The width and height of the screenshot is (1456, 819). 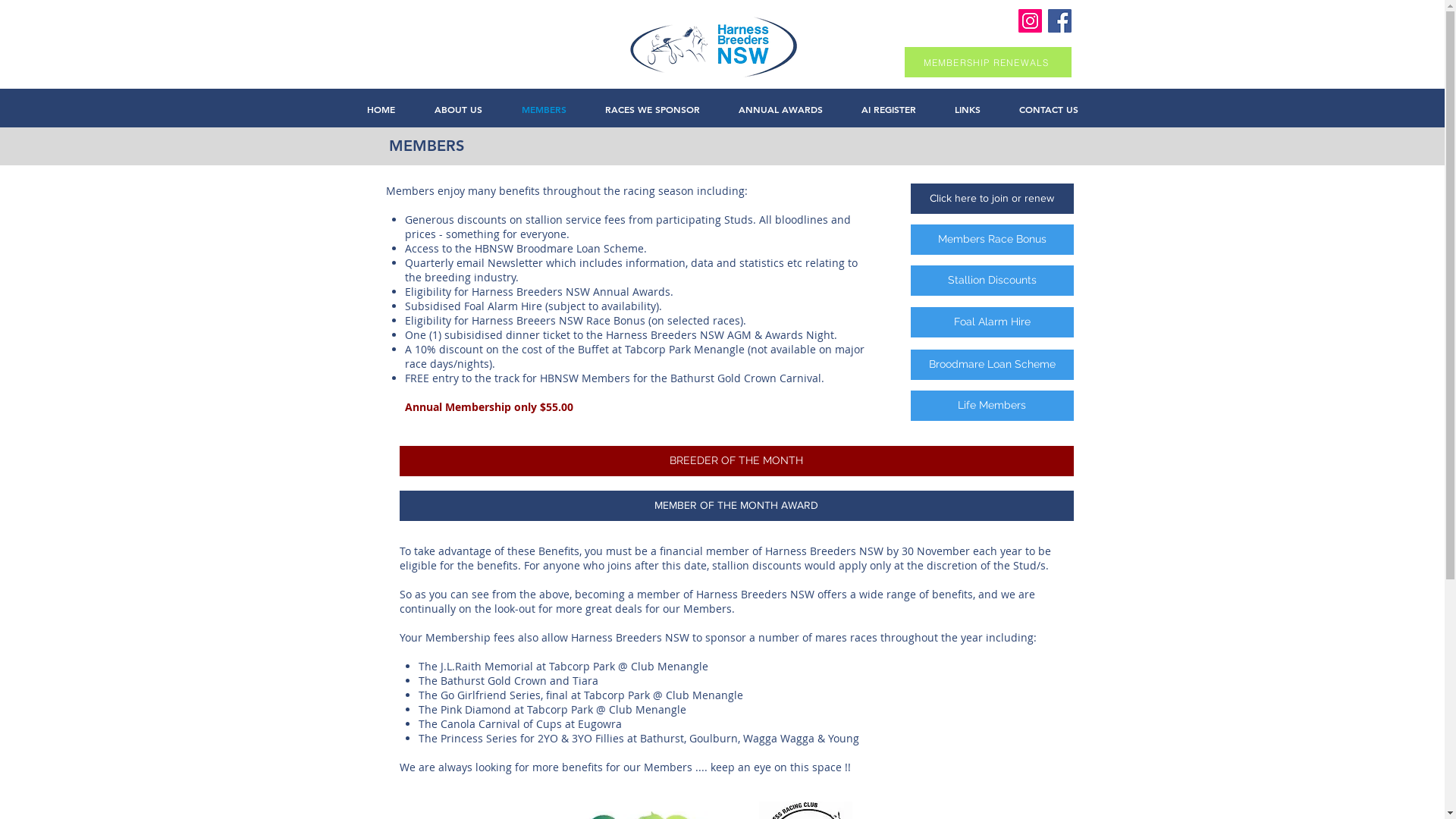 What do you see at coordinates (736, 506) in the screenshot?
I see `'MEMBER OF THE MONTH AWARD'` at bounding box center [736, 506].